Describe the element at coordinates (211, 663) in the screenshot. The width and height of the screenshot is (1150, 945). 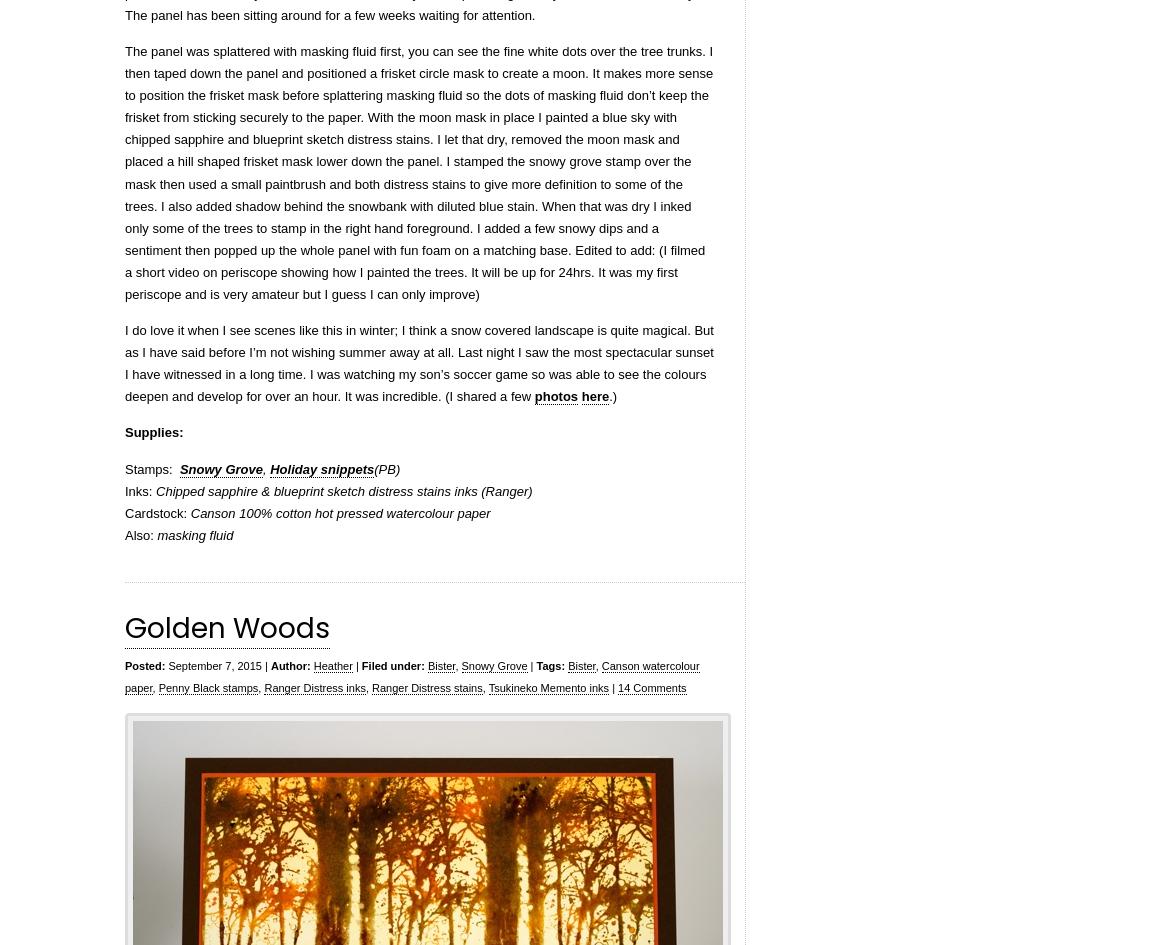
I see `'September 7, 2015'` at that location.